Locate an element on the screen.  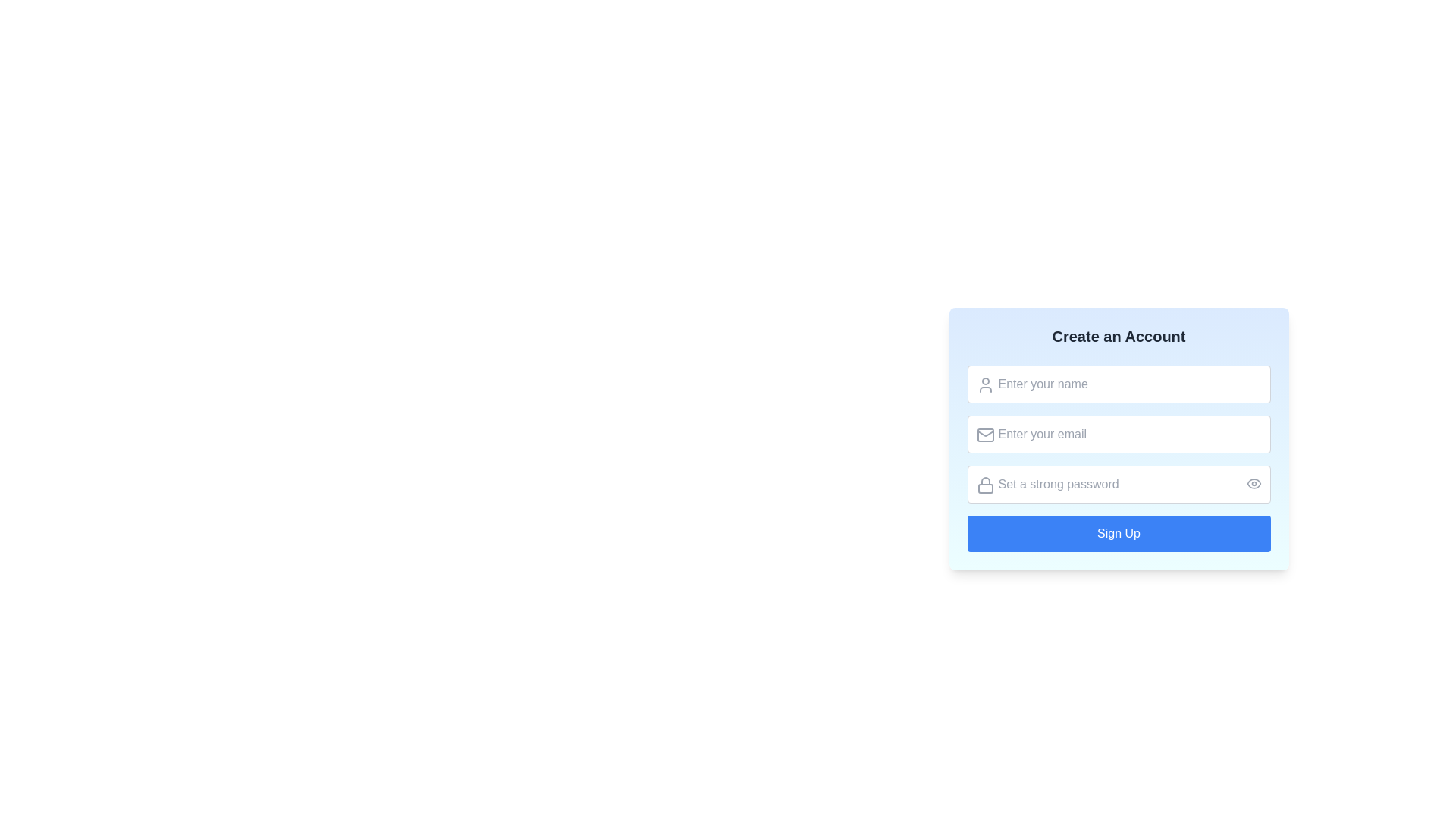
the email input field icon located to the left of the 'Enter your email' input field is located at coordinates (985, 435).